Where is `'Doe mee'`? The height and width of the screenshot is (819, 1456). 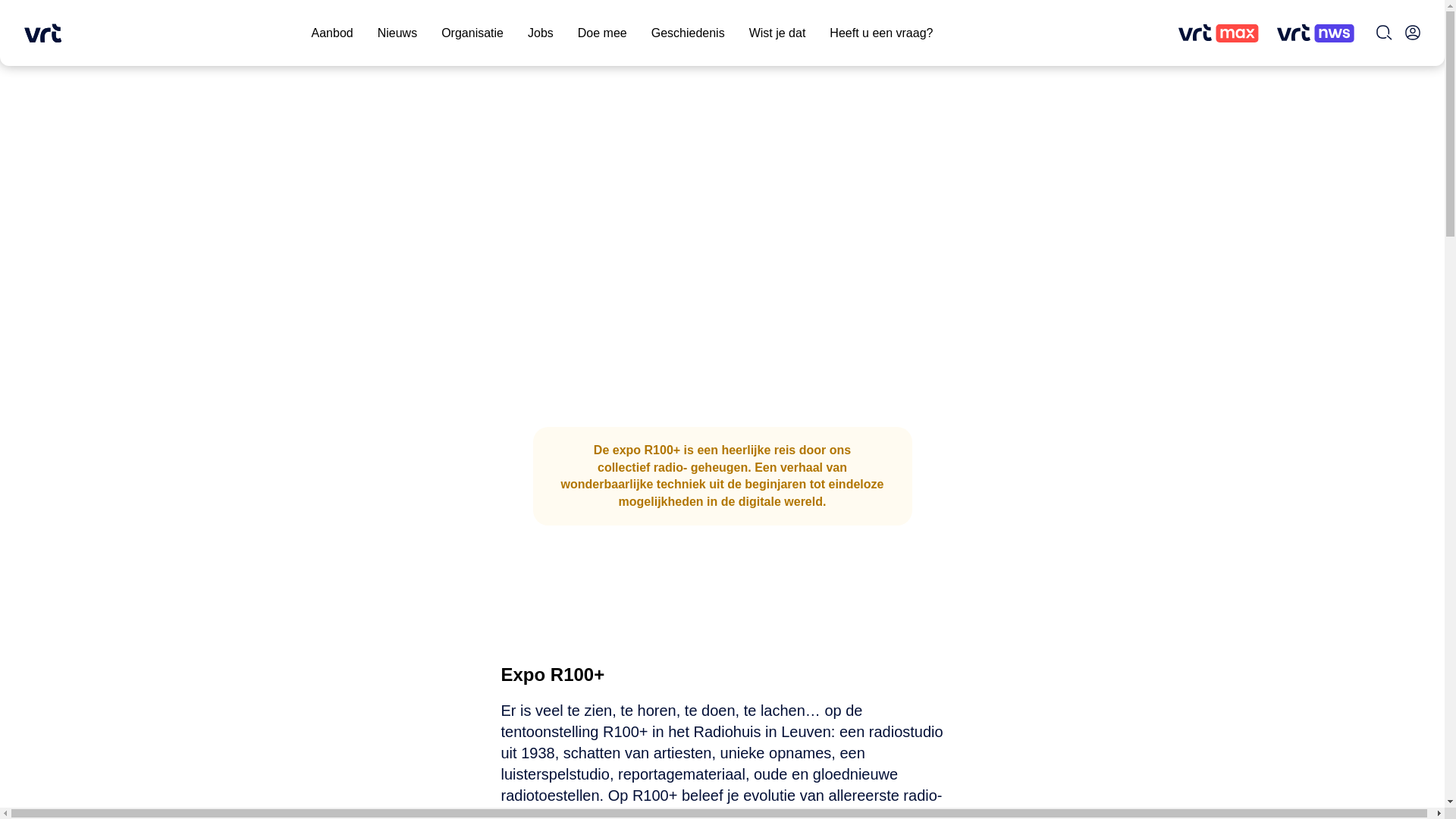 'Doe mee' is located at coordinates (601, 33).